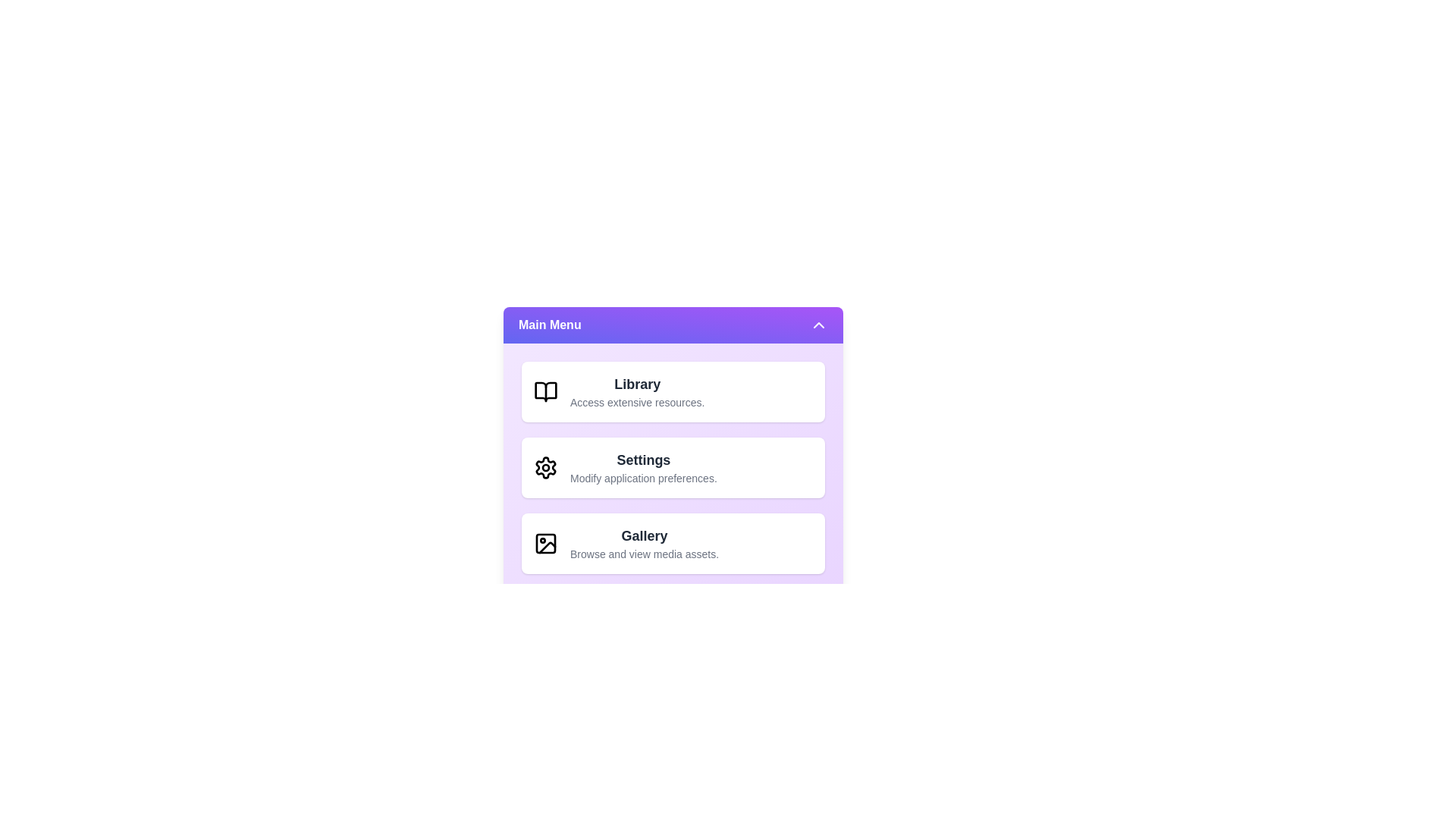 This screenshot has height=819, width=1456. What do you see at coordinates (673, 324) in the screenshot?
I see `the 'Main Menu' button to toggle the menu visibility` at bounding box center [673, 324].